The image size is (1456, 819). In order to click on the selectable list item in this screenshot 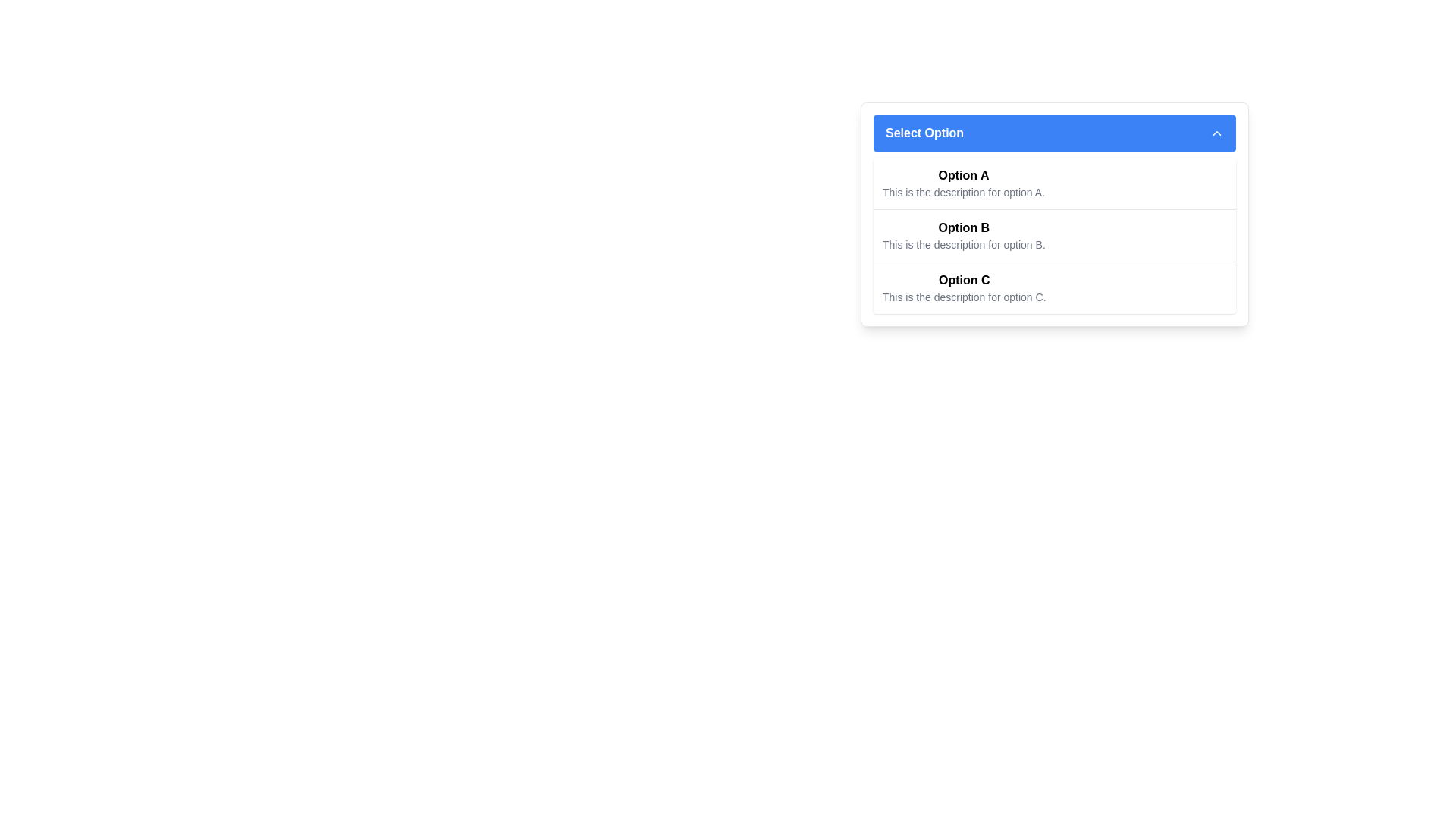, I will do `click(1054, 287)`.